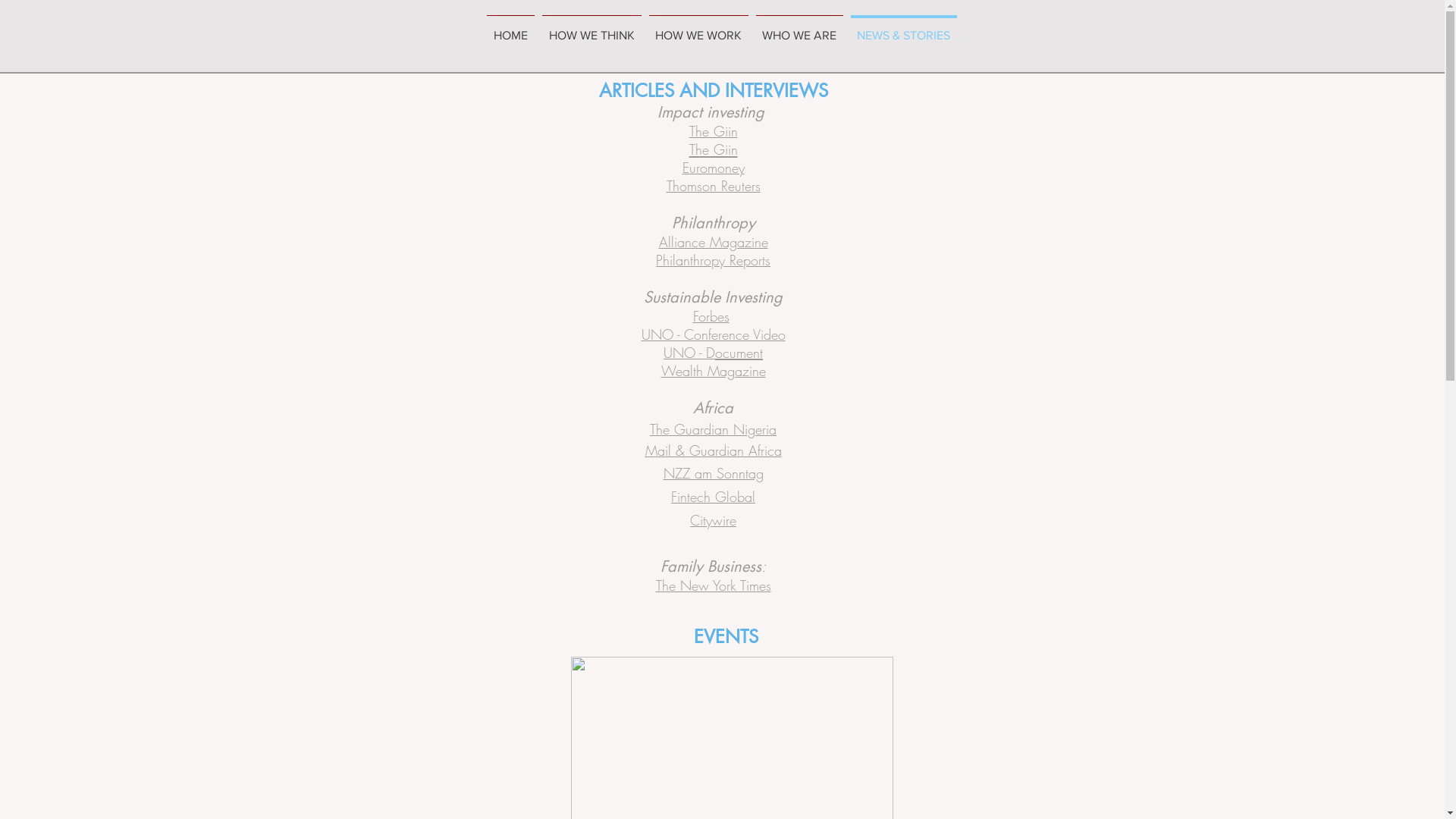 This screenshot has width=1456, height=819. I want to click on 'HOW WE WORK', so click(697, 29).